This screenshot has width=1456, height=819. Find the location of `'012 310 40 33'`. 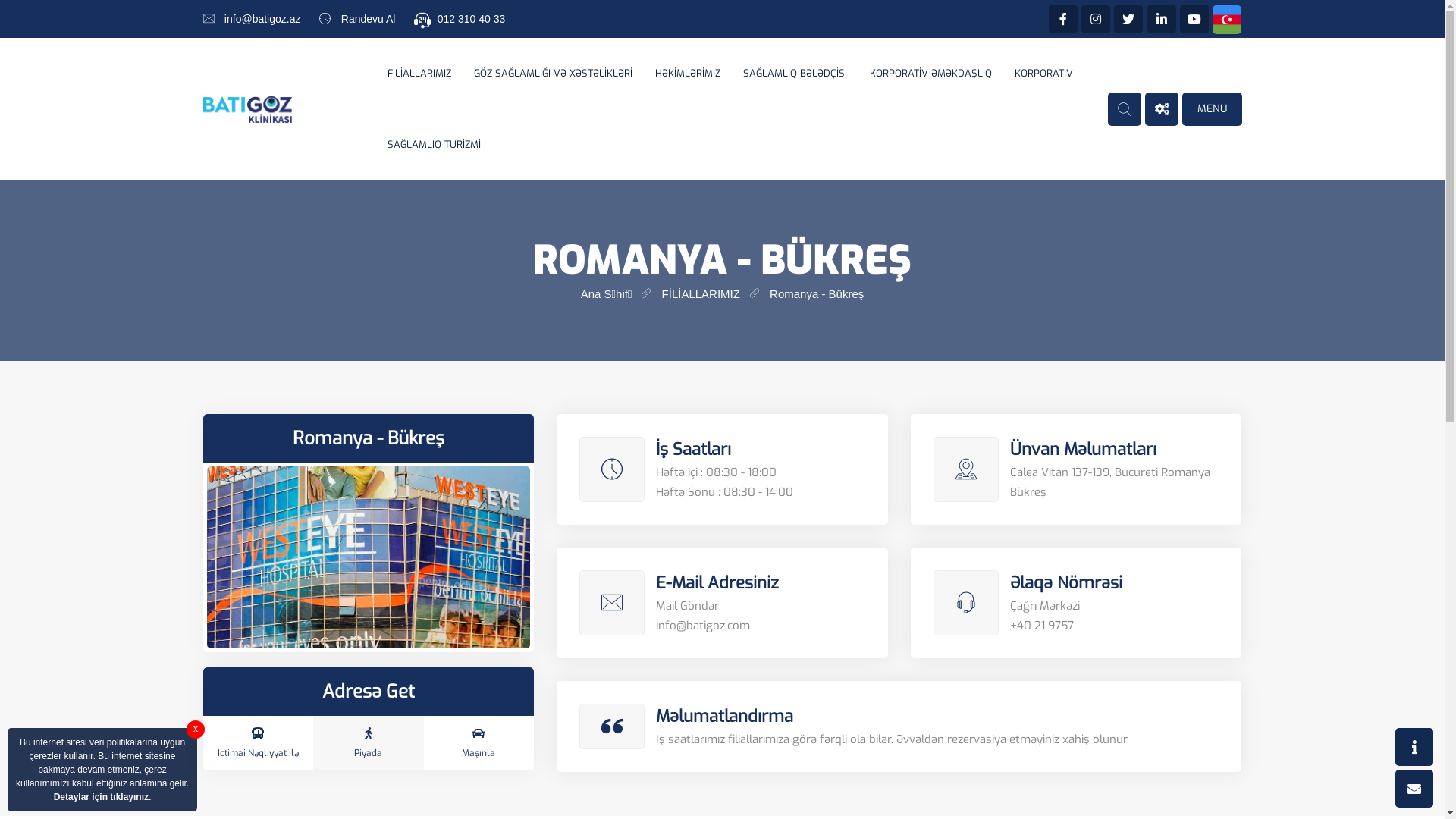

'012 310 40 33' is located at coordinates (471, 18).